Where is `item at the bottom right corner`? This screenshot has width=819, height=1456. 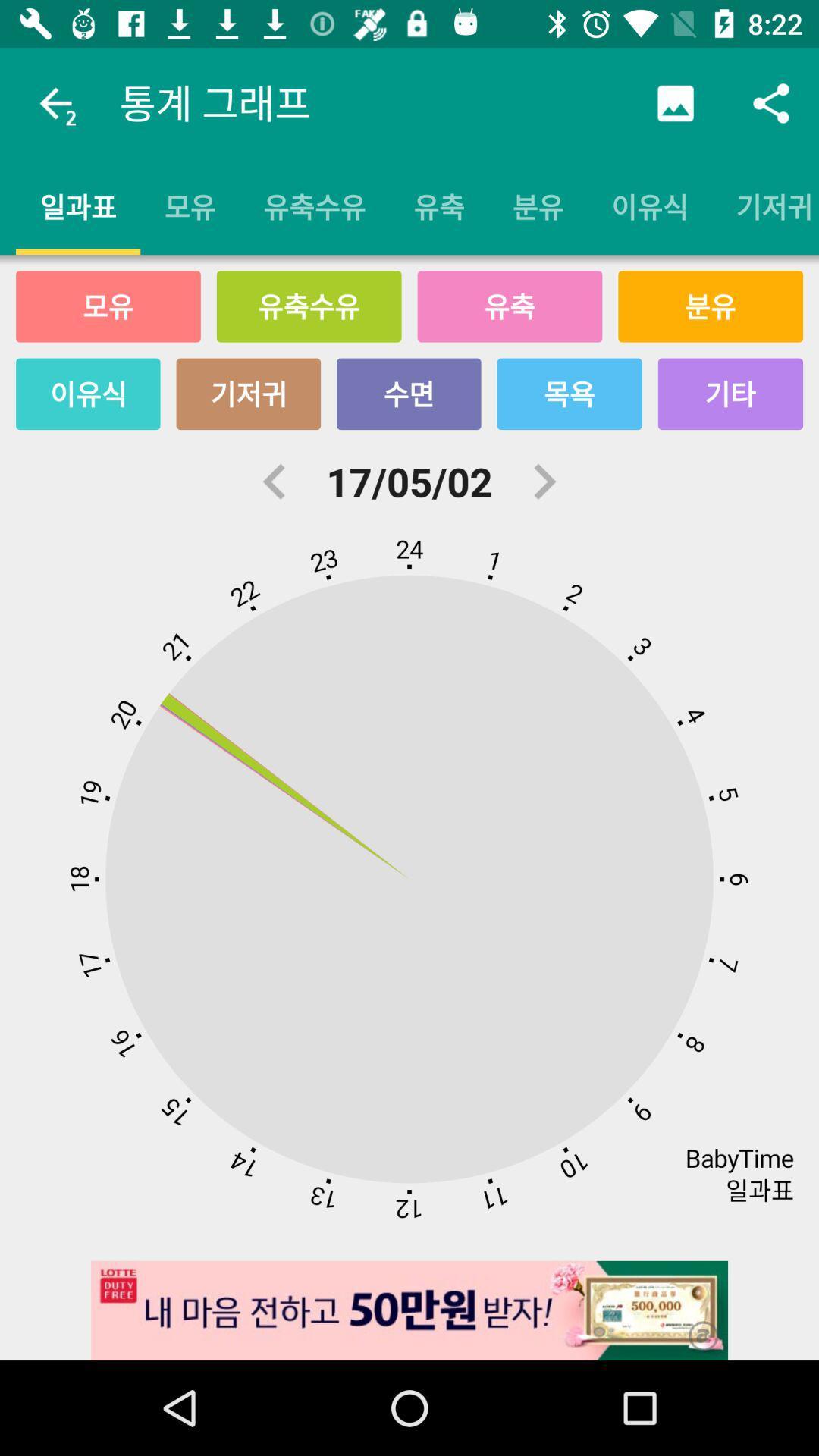
item at the bottom right corner is located at coordinates (693, 1325).